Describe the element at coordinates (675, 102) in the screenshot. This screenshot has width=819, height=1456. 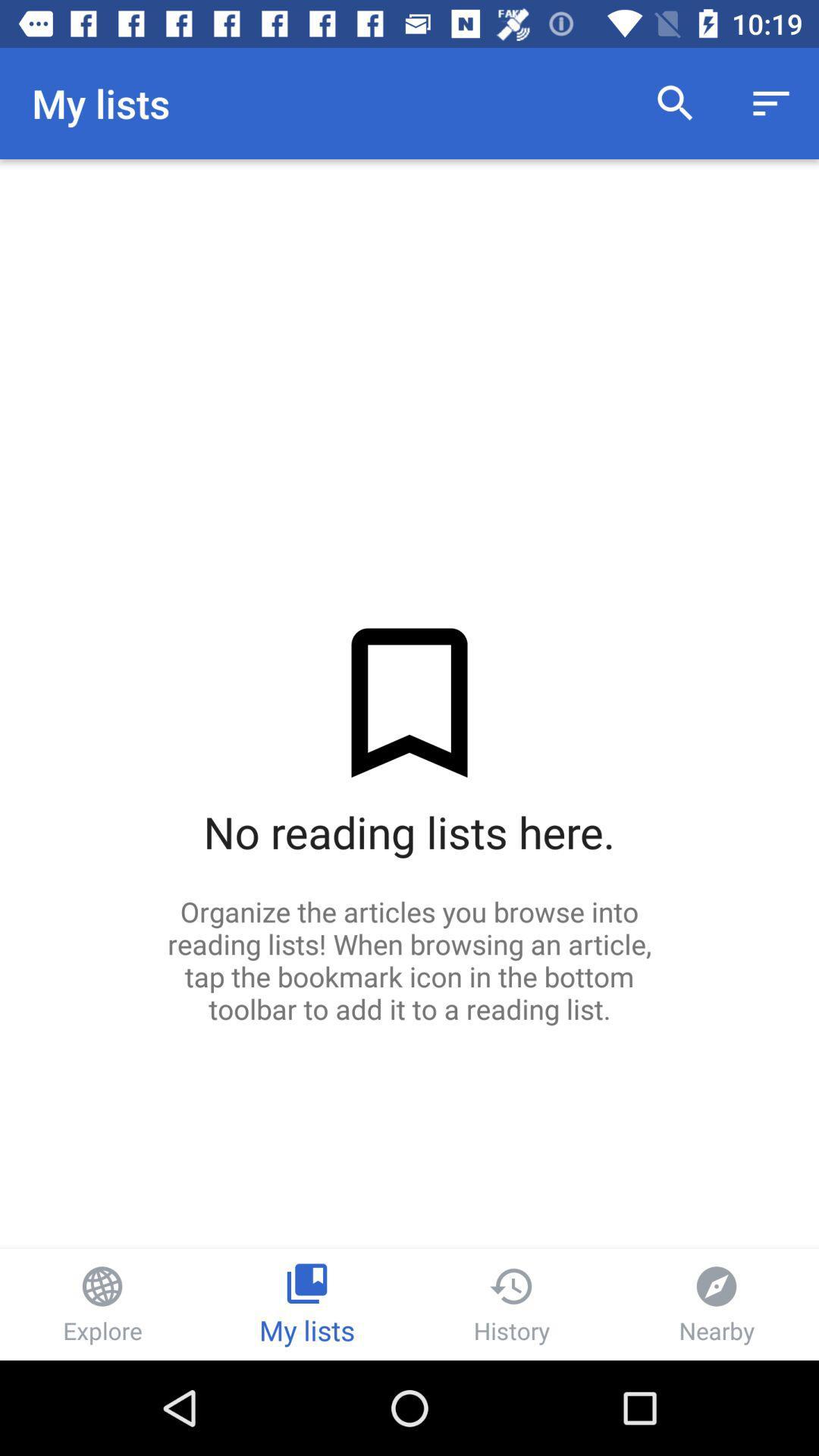
I see `the item to the right of the my lists` at that location.